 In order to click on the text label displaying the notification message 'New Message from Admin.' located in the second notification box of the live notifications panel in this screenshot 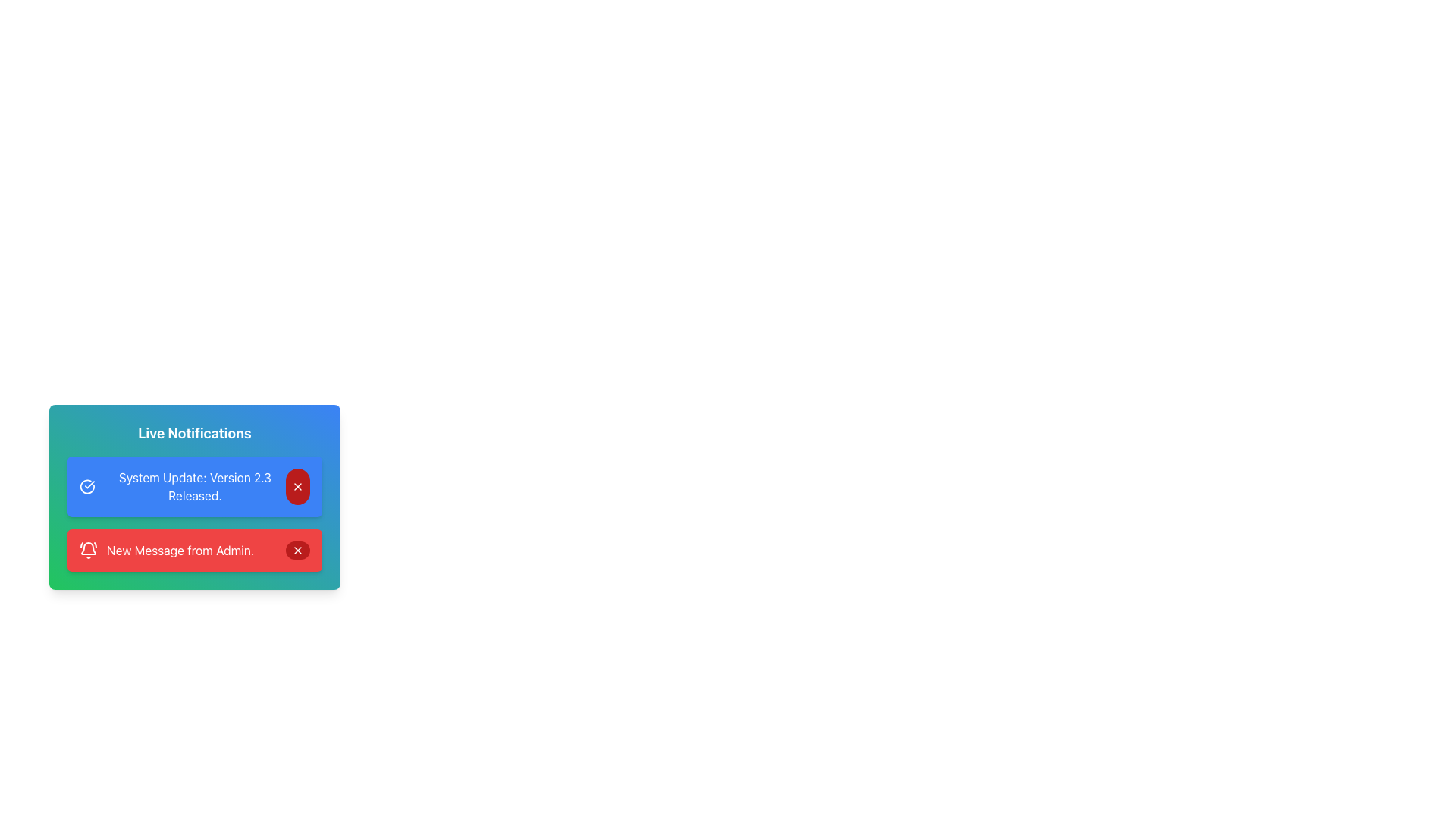, I will do `click(180, 550)`.